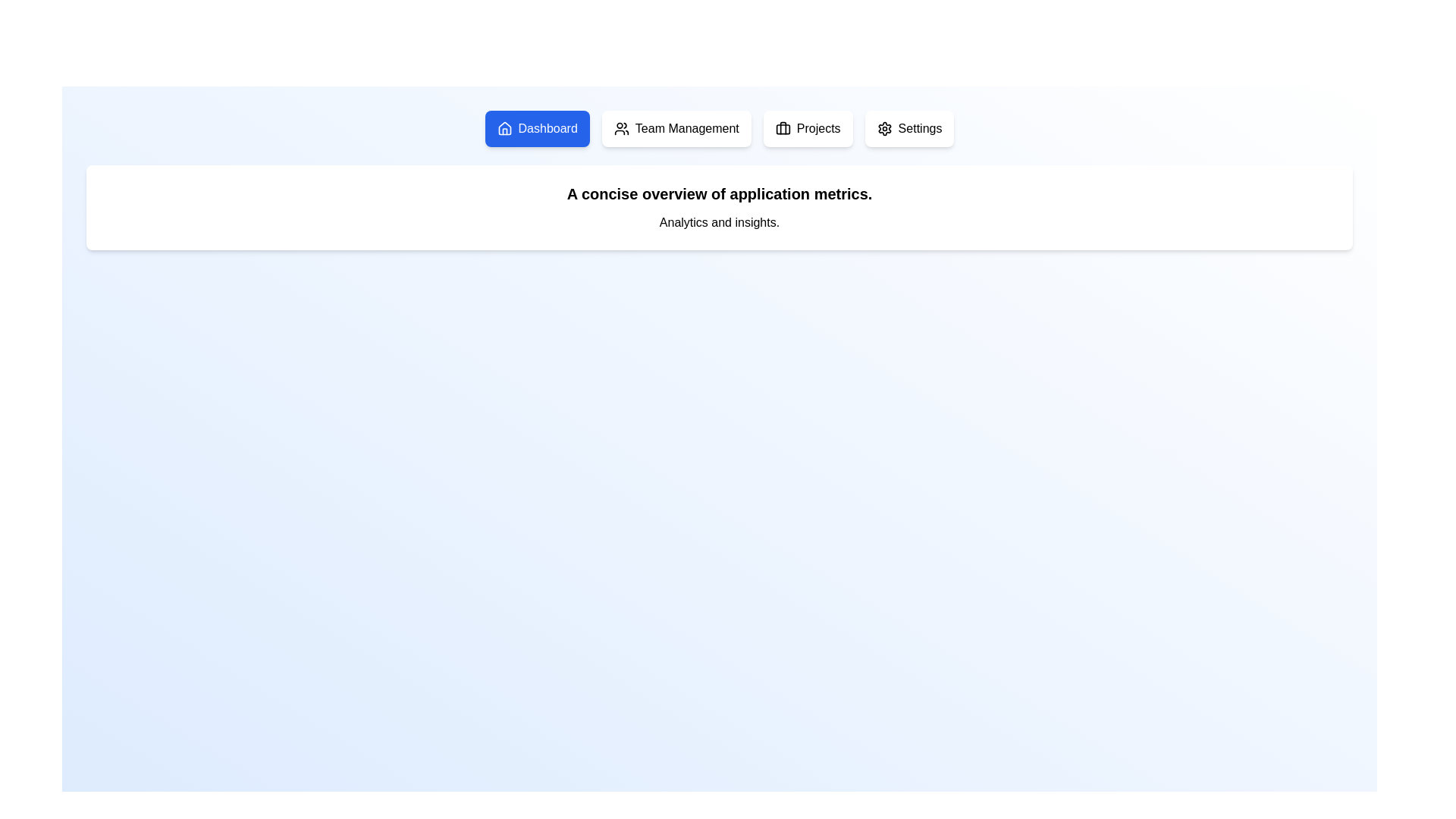  Describe the element at coordinates (909, 127) in the screenshot. I see `the fourth button in the top-center area of the interface, which navigates to the settings section of the application` at that location.